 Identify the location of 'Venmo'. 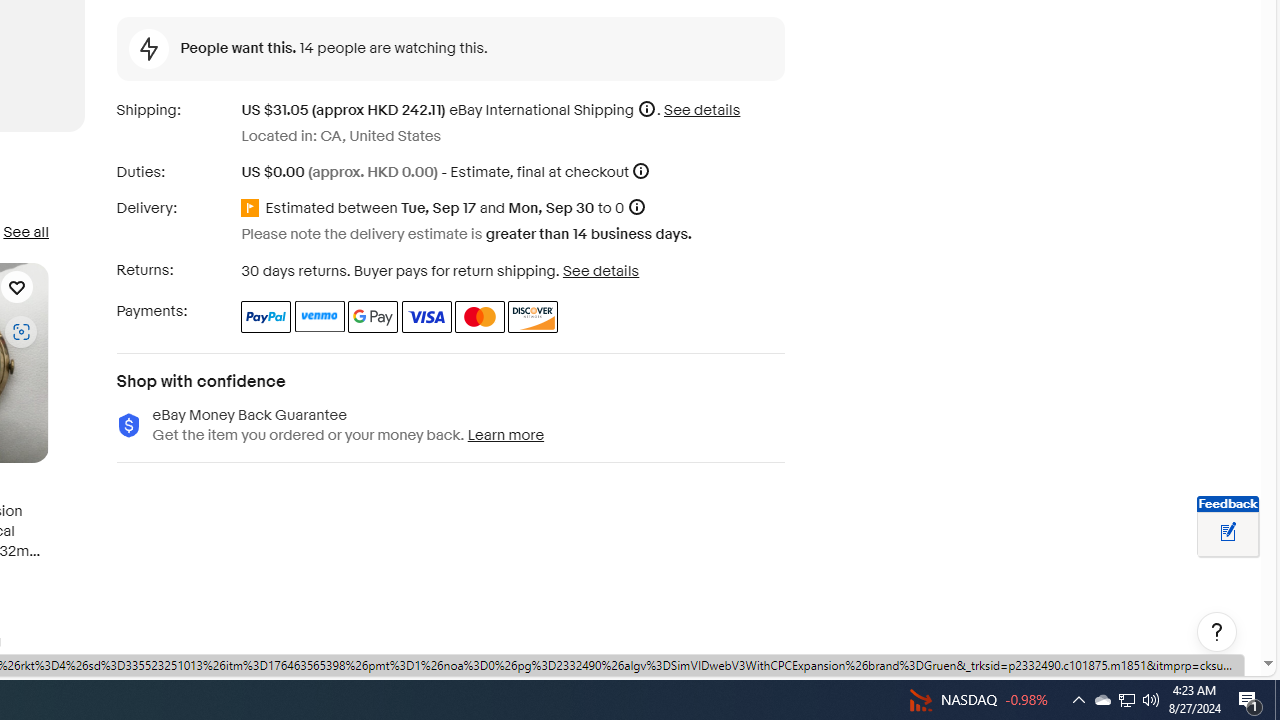
(320, 315).